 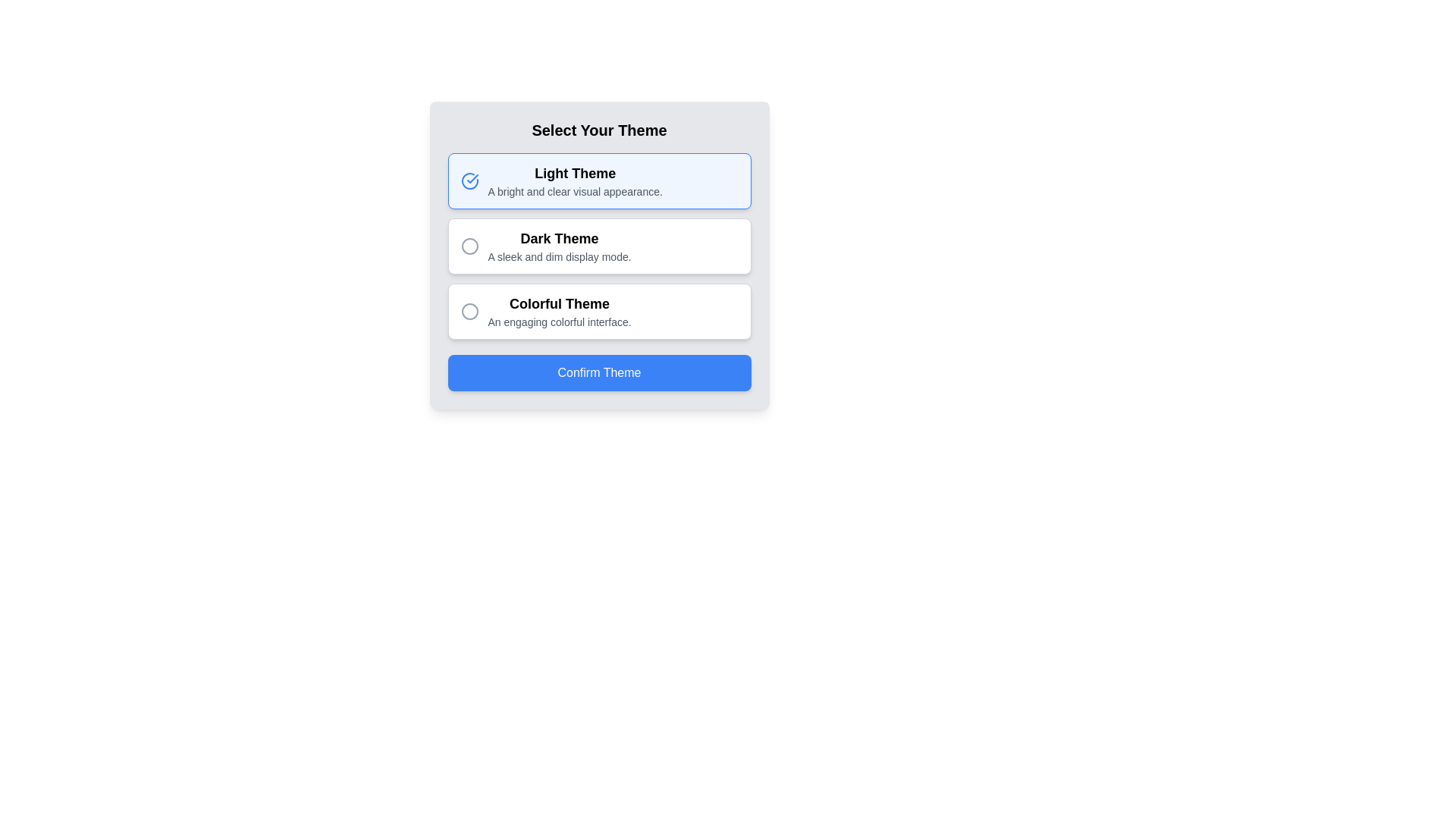 I want to click on the descriptive text label providing additional information about the 'Dark Theme' option located centrally below the title 'Dark Theme', so click(x=559, y=256).